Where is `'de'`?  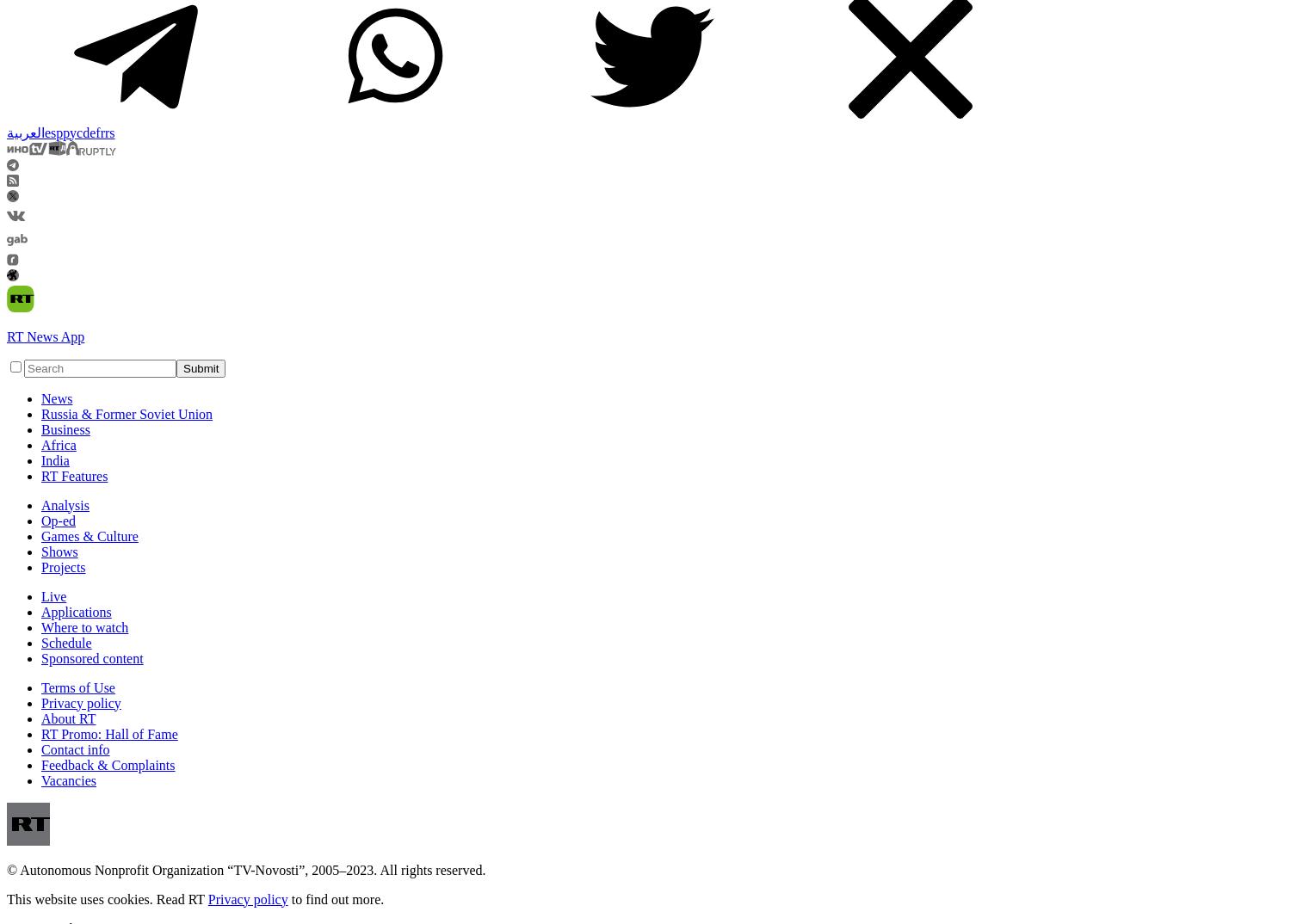
'de' is located at coordinates (88, 131).